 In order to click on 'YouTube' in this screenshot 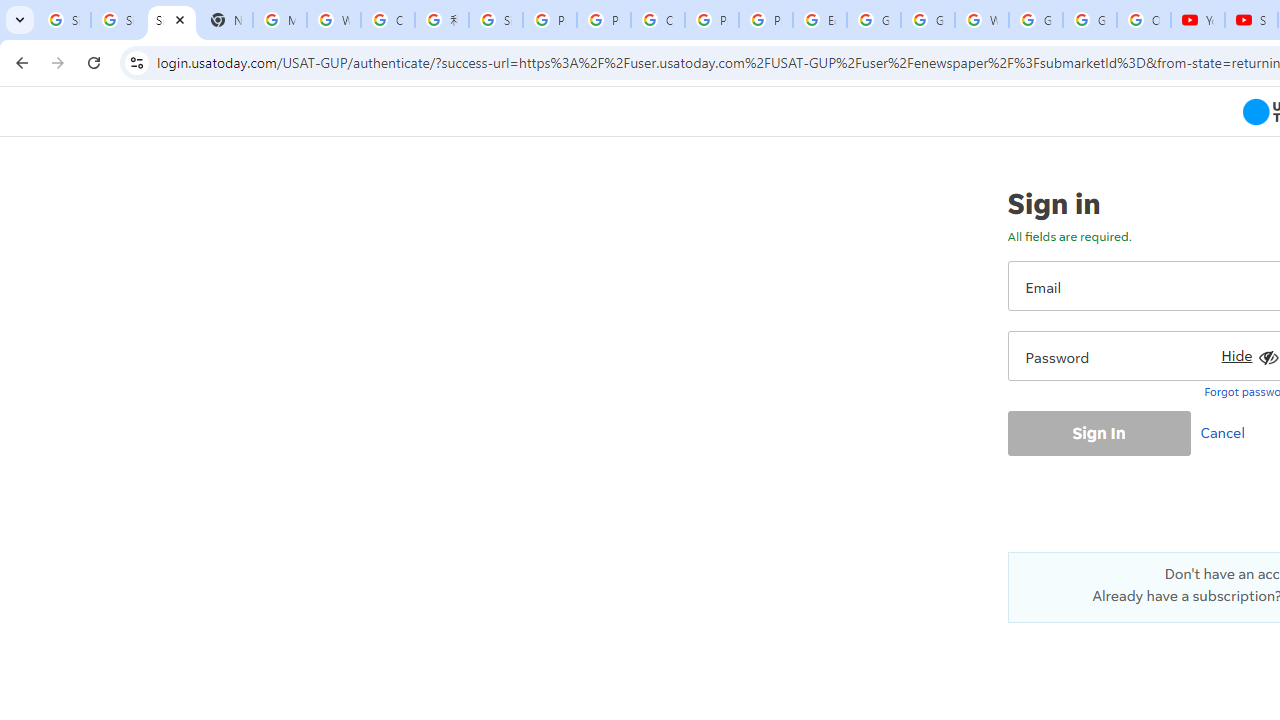, I will do `click(1198, 20)`.